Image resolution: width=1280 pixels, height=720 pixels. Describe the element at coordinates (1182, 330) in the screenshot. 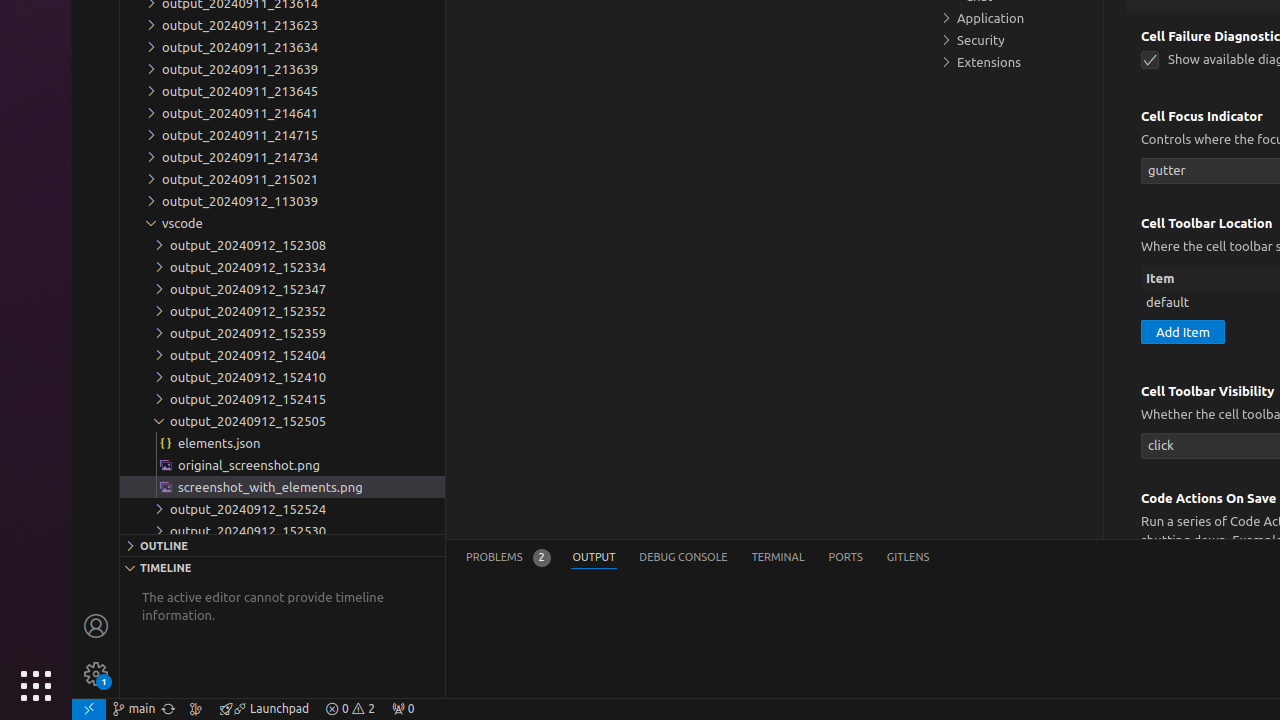

I see `'Add Item'` at that location.